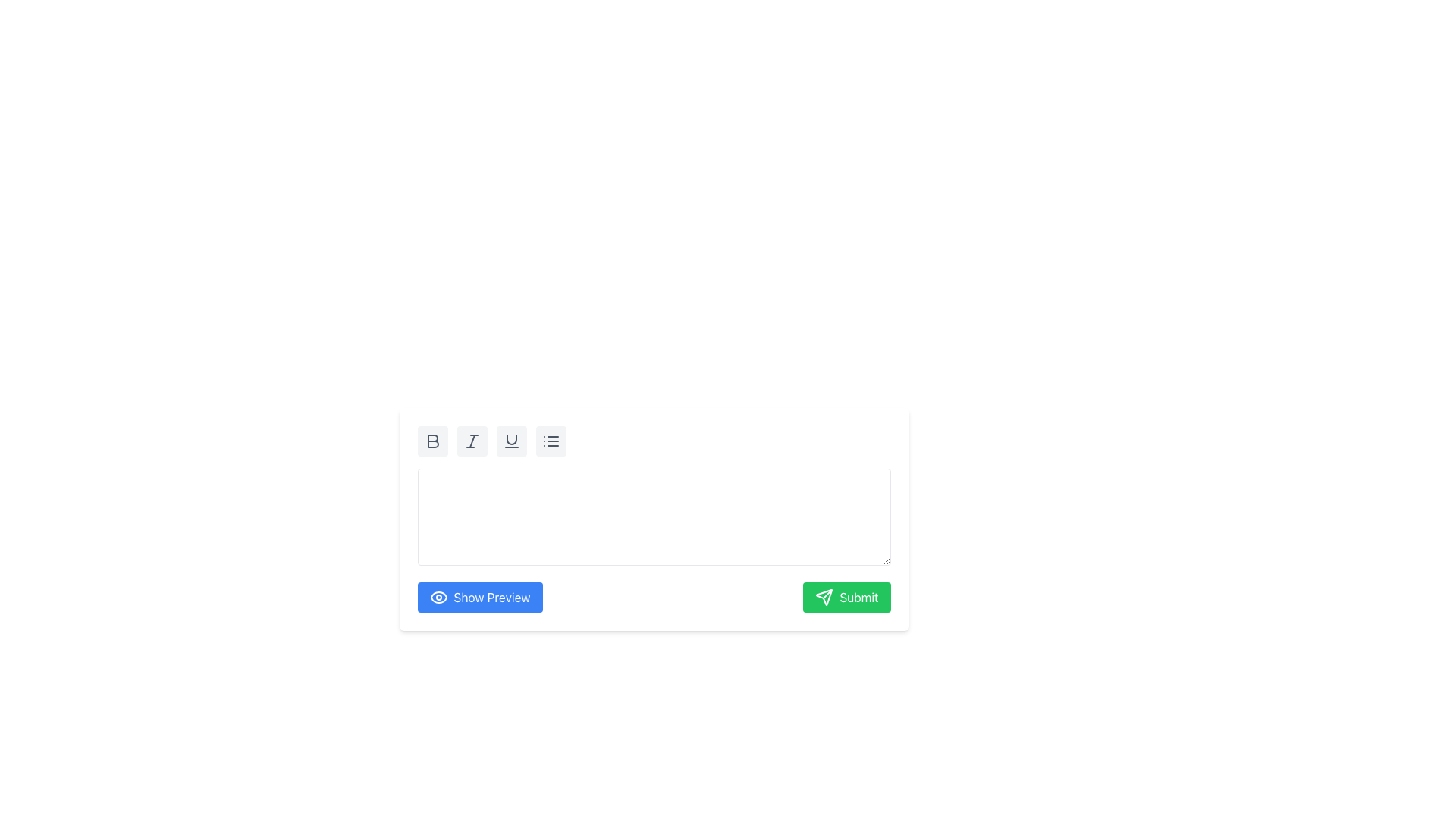  I want to click on the SVG Icon Button that represents the italicize function in text formatting, located in the toolbar between the bold 'B' icon and the underline 'U' icon, so click(471, 441).